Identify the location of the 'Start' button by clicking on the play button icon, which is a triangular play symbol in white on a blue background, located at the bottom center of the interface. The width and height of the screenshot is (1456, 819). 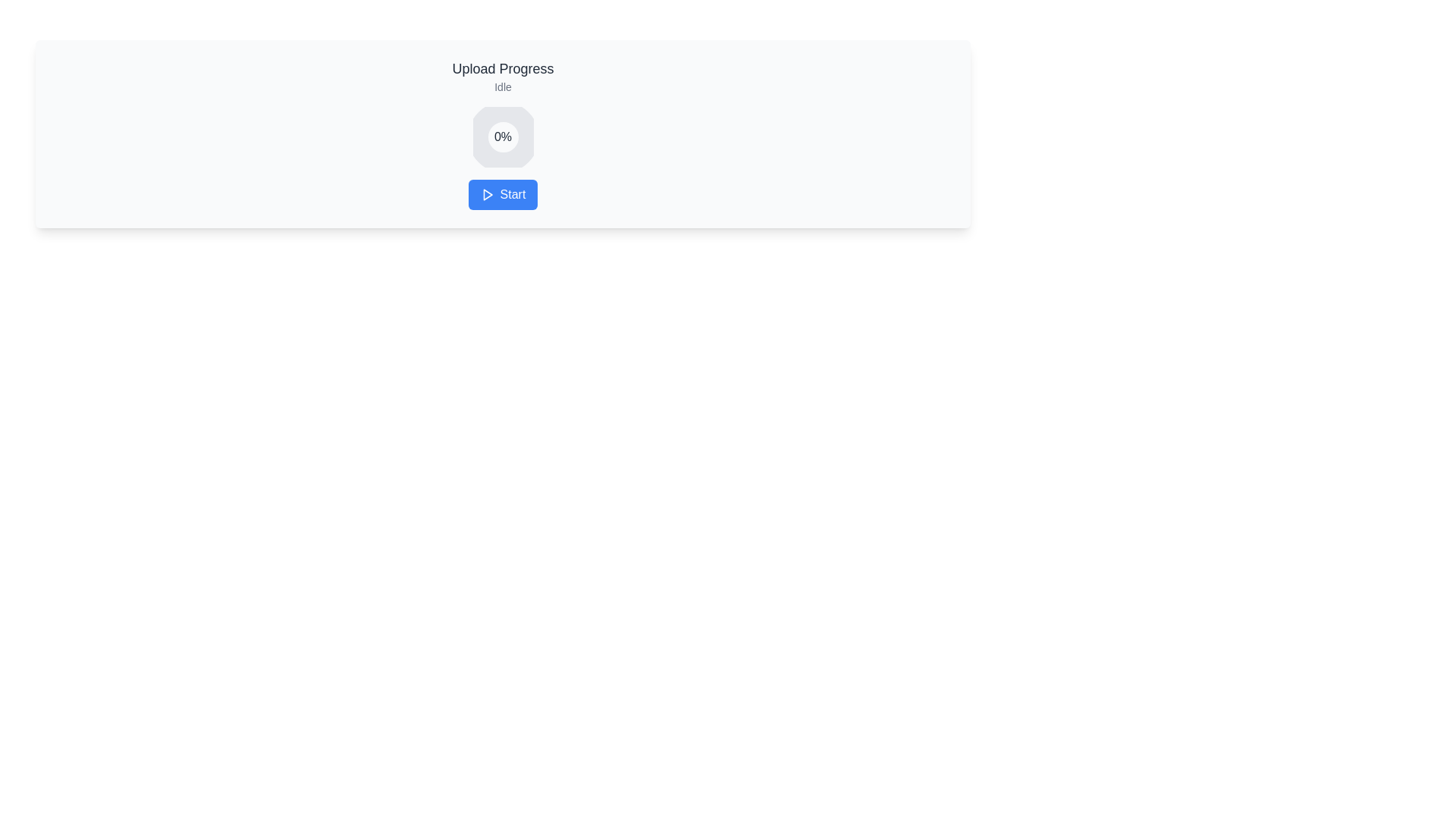
(487, 194).